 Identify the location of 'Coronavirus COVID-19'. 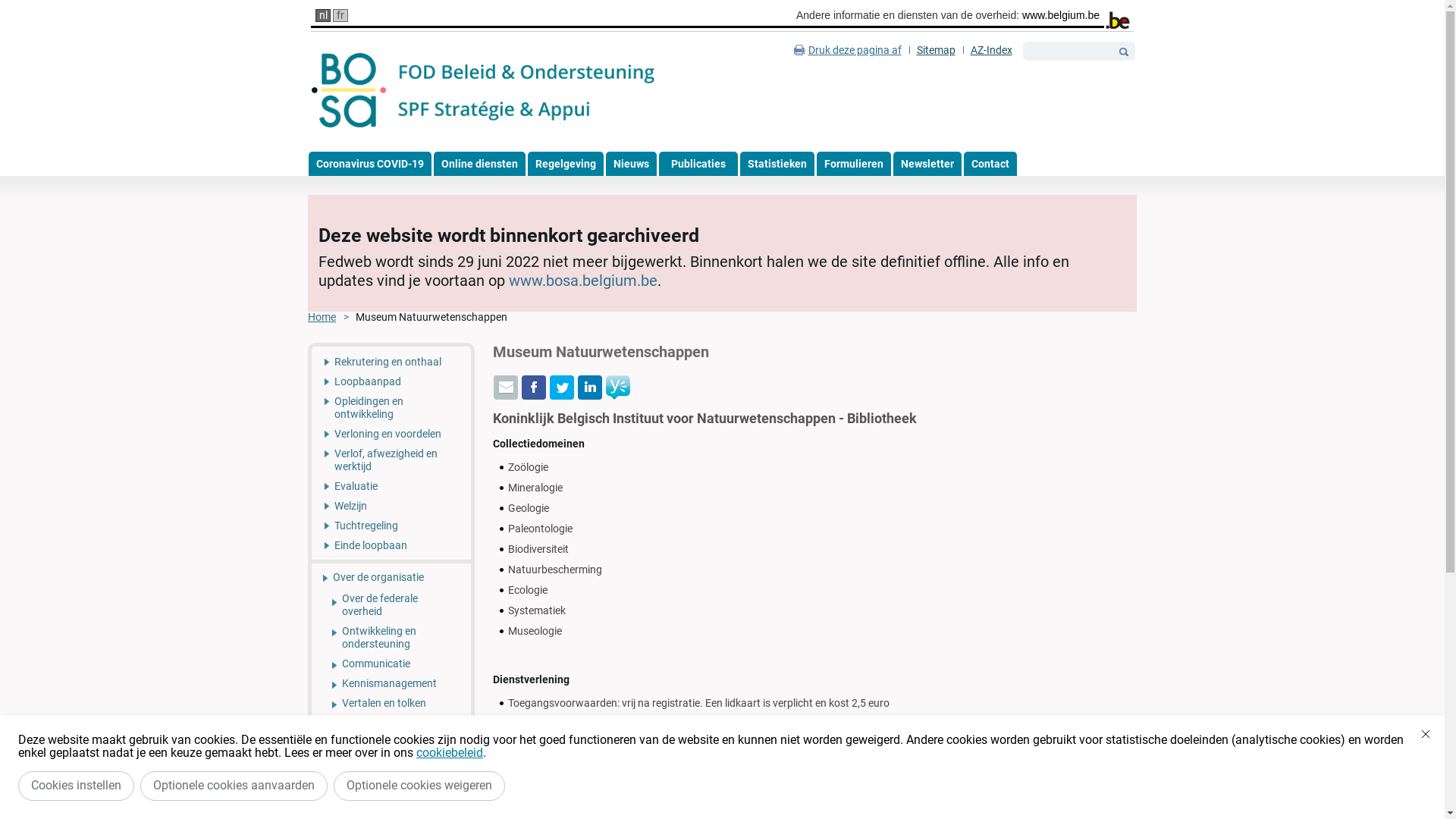
(369, 164).